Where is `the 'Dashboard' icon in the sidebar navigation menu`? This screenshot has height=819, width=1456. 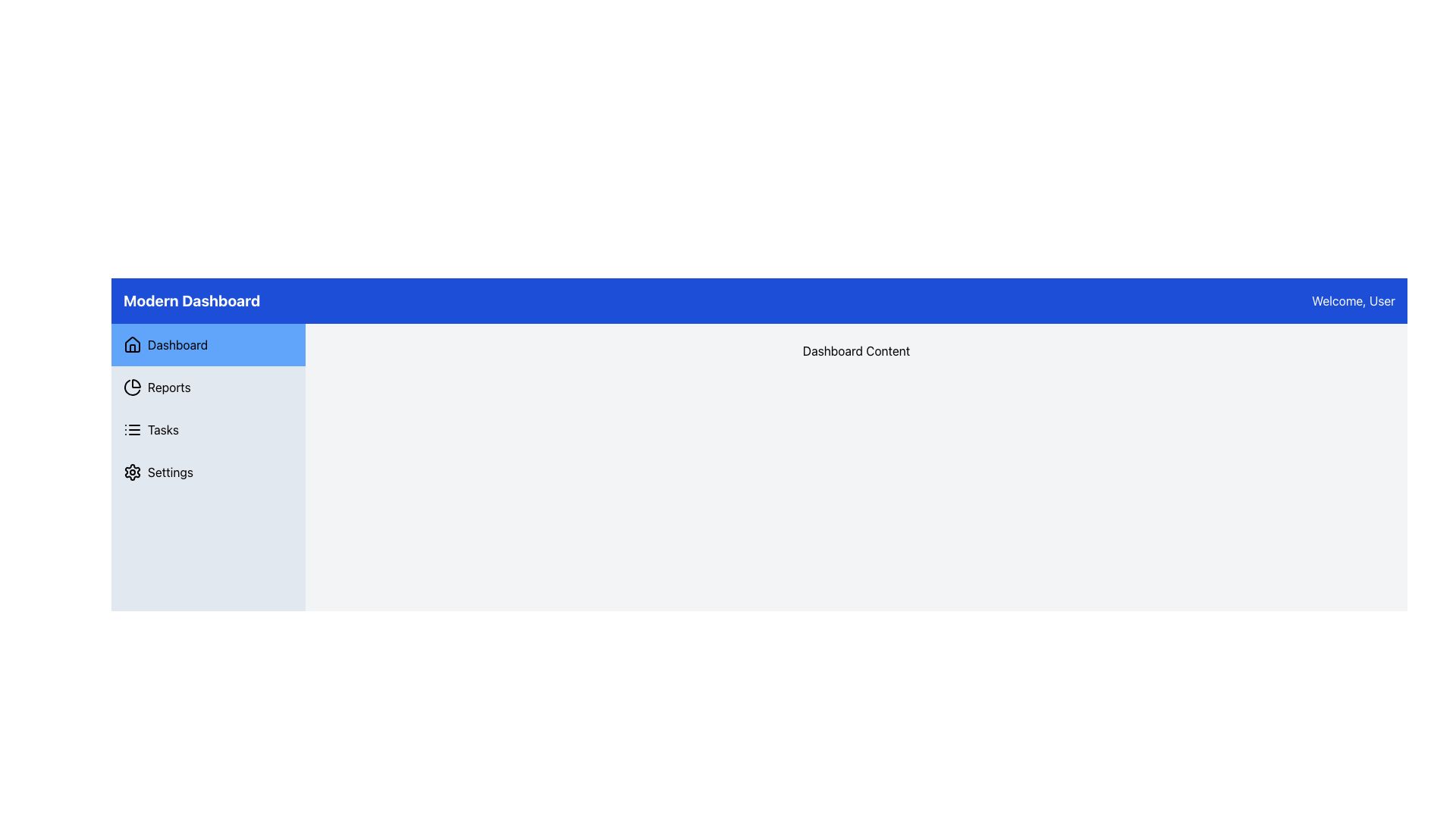 the 'Dashboard' icon in the sidebar navigation menu is located at coordinates (132, 345).